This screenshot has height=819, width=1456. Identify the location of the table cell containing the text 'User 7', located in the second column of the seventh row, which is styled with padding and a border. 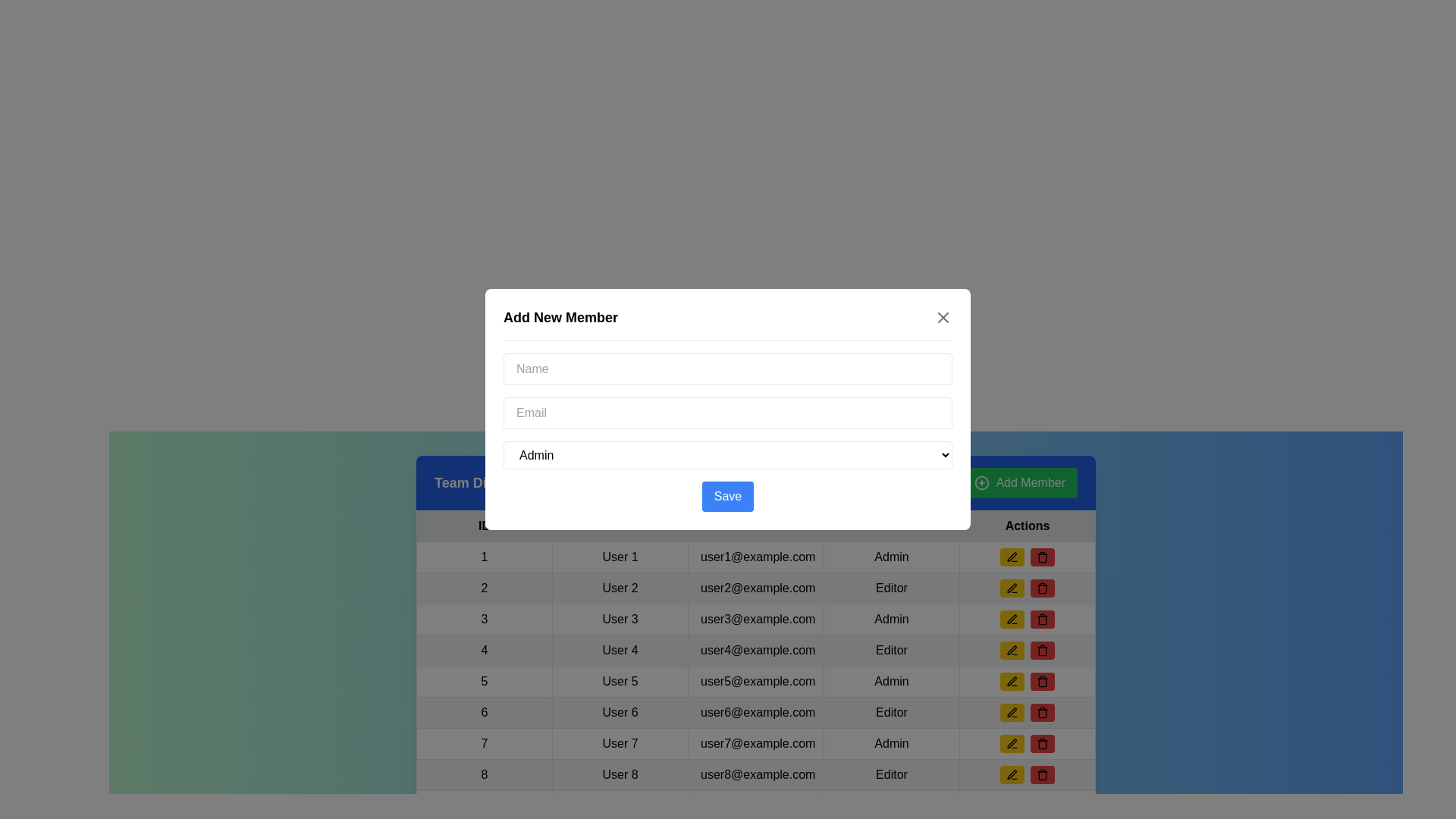
(620, 742).